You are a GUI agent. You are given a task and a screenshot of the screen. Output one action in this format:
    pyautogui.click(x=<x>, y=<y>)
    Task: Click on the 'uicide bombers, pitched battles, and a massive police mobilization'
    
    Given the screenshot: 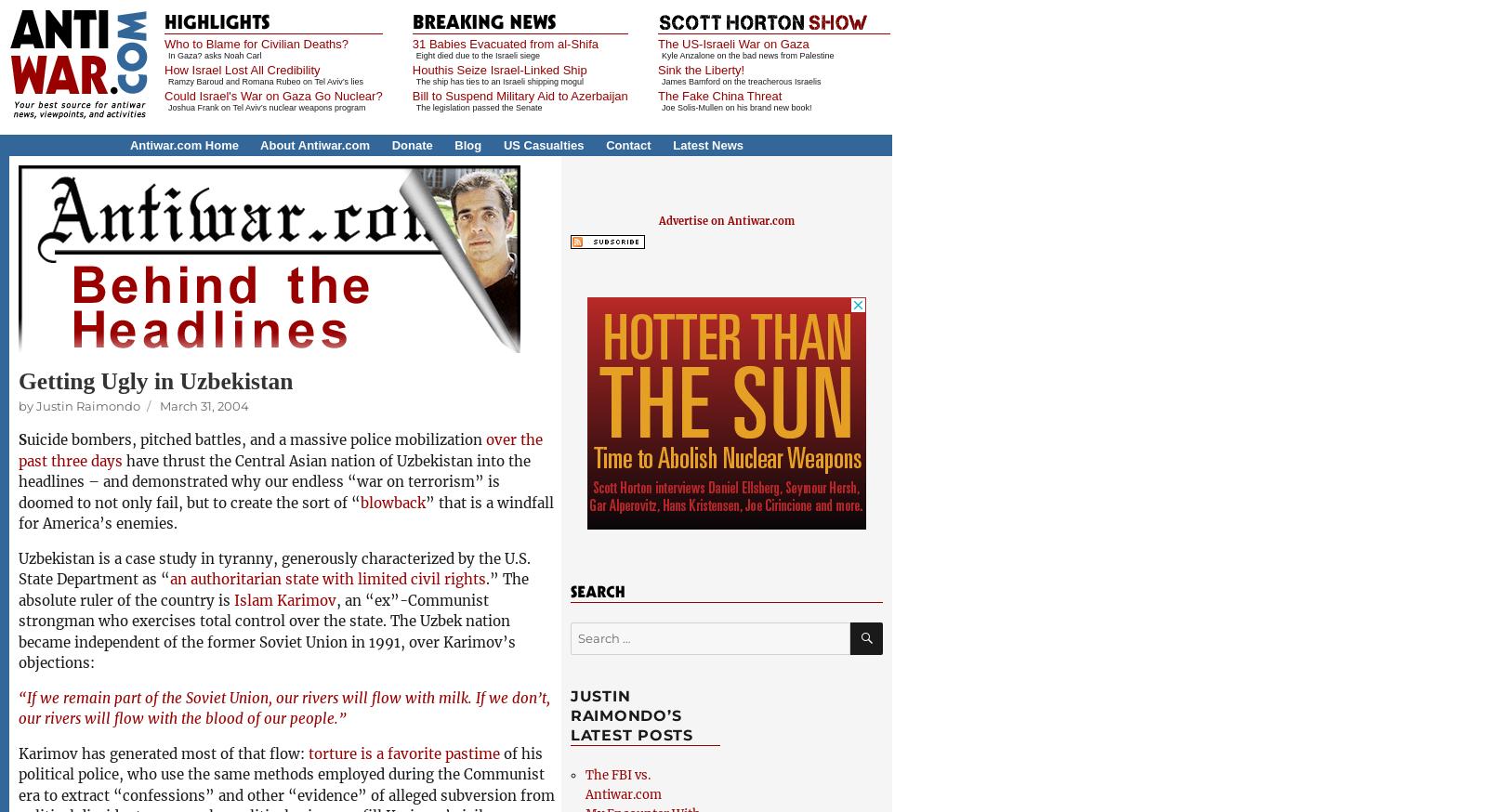 What is the action you would take?
    pyautogui.click(x=257, y=439)
    